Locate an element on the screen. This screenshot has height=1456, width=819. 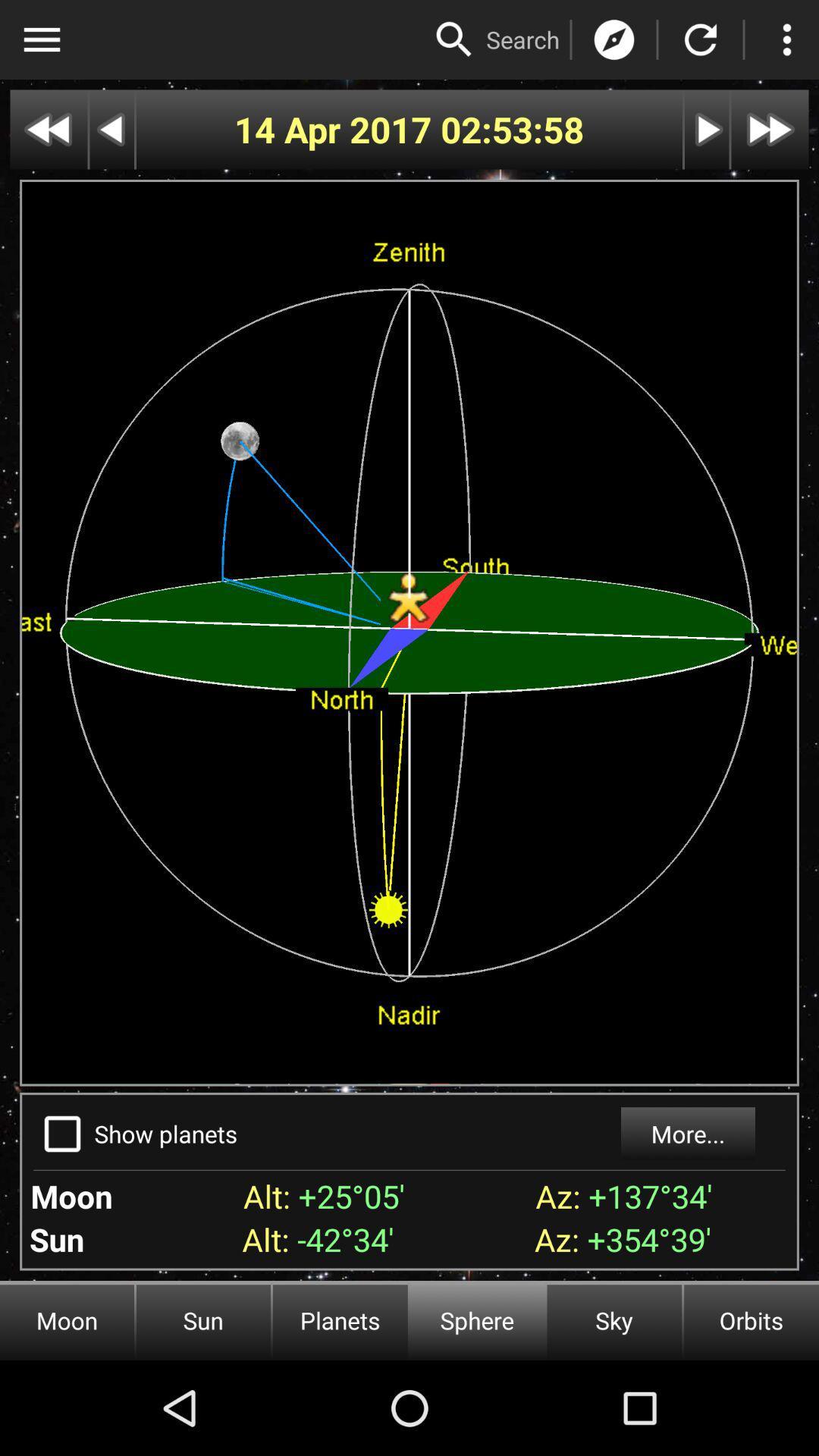
search is located at coordinates (453, 39).